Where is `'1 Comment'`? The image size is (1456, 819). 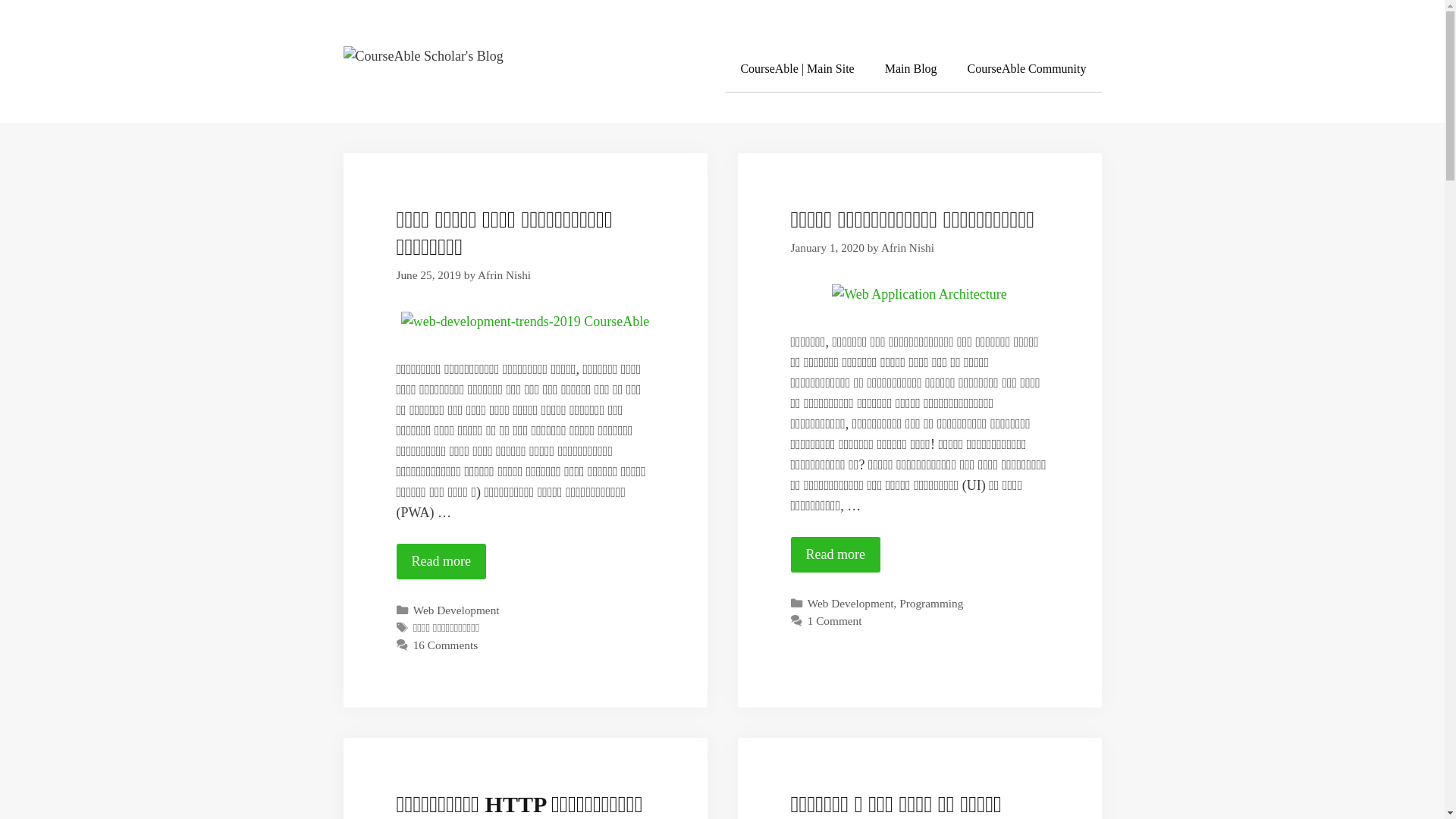 '1 Comment' is located at coordinates (833, 620).